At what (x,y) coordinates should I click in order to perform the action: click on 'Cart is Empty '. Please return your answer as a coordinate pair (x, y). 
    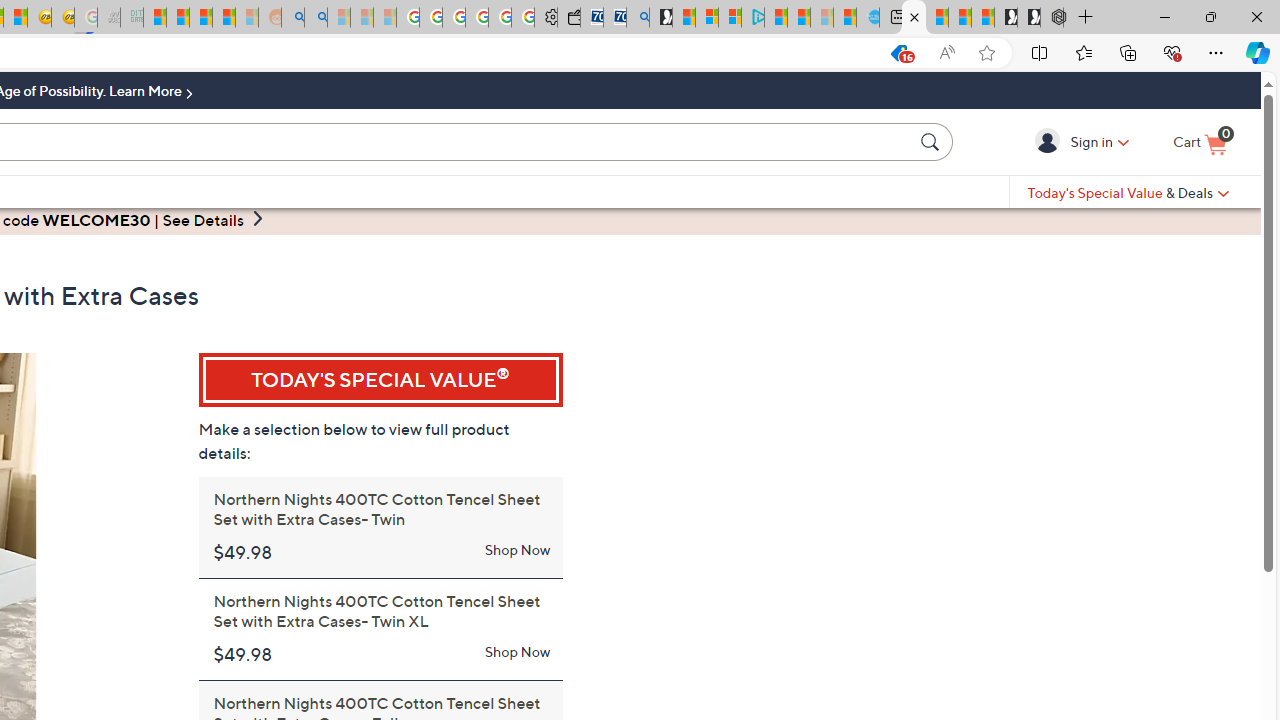
    Looking at the image, I should click on (1200, 142).